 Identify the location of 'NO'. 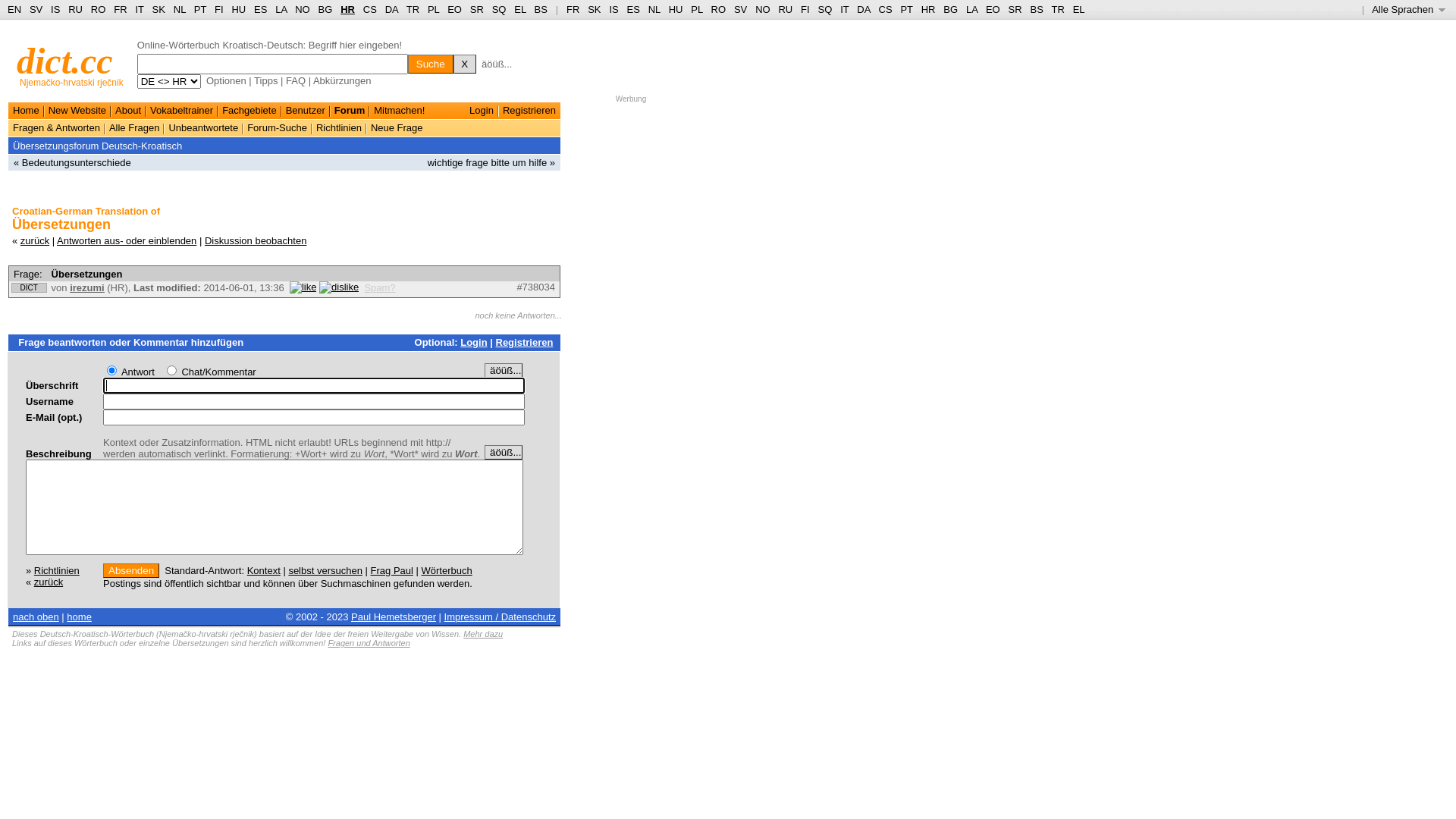
(763, 9).